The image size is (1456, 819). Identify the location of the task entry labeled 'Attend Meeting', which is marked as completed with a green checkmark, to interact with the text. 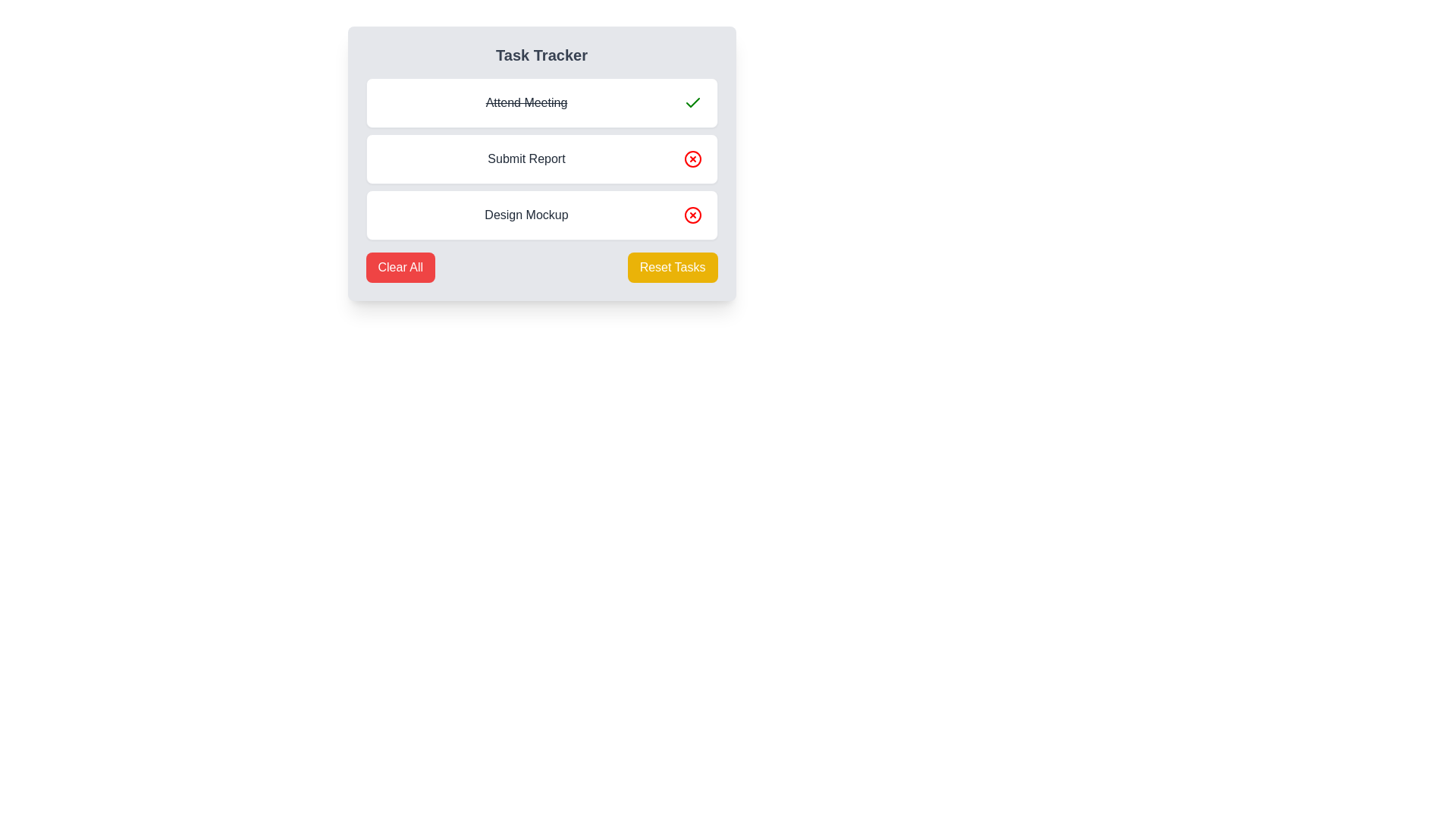
(541, 102).